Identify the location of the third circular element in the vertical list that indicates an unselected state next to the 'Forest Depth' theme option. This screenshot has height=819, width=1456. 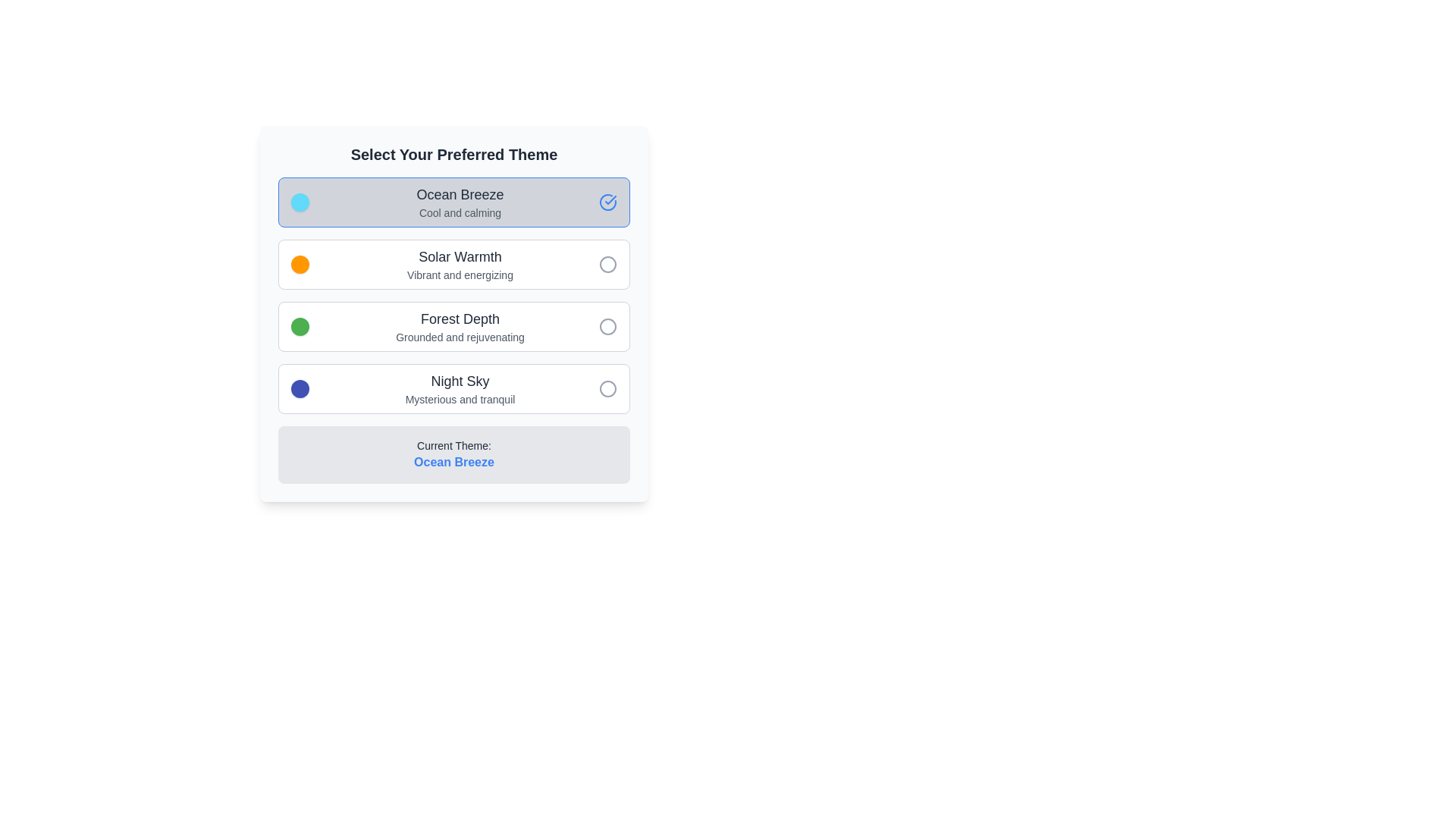
(607, 326).